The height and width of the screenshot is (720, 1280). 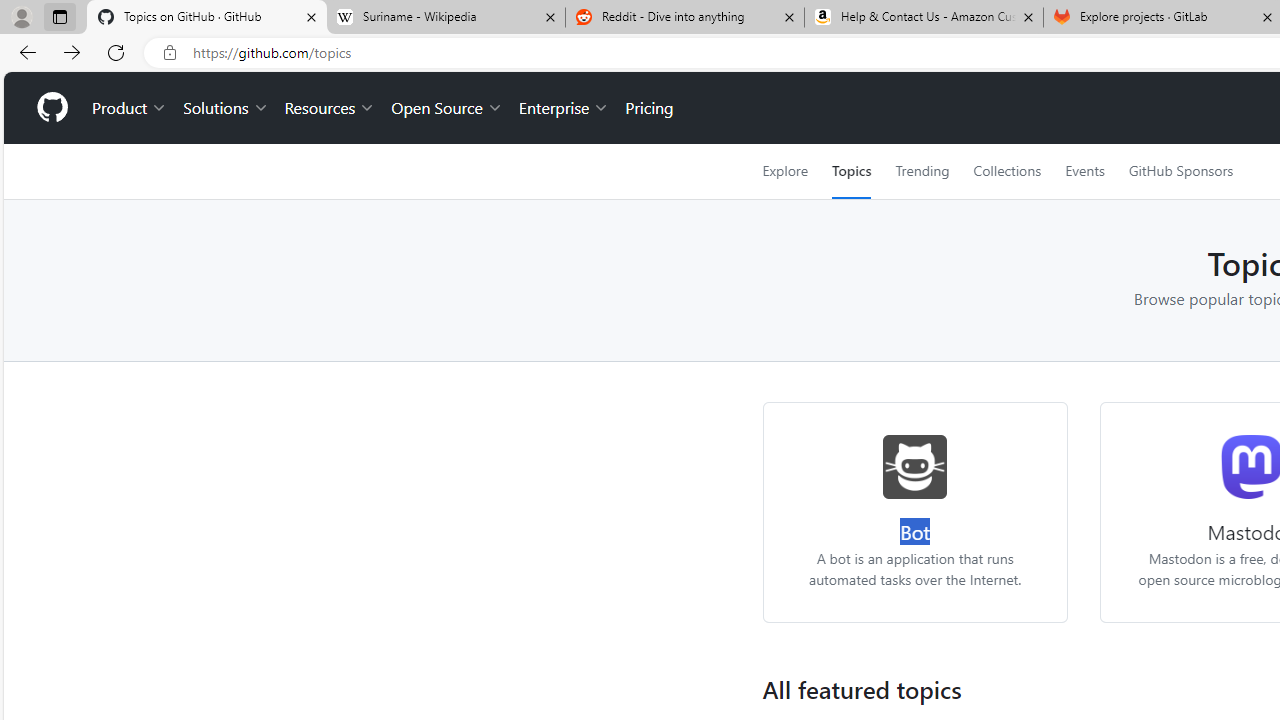 What do you see at coordinates (851, 170) in the screenshot?
I see `'Topics'` at bounding box center [851, 170].